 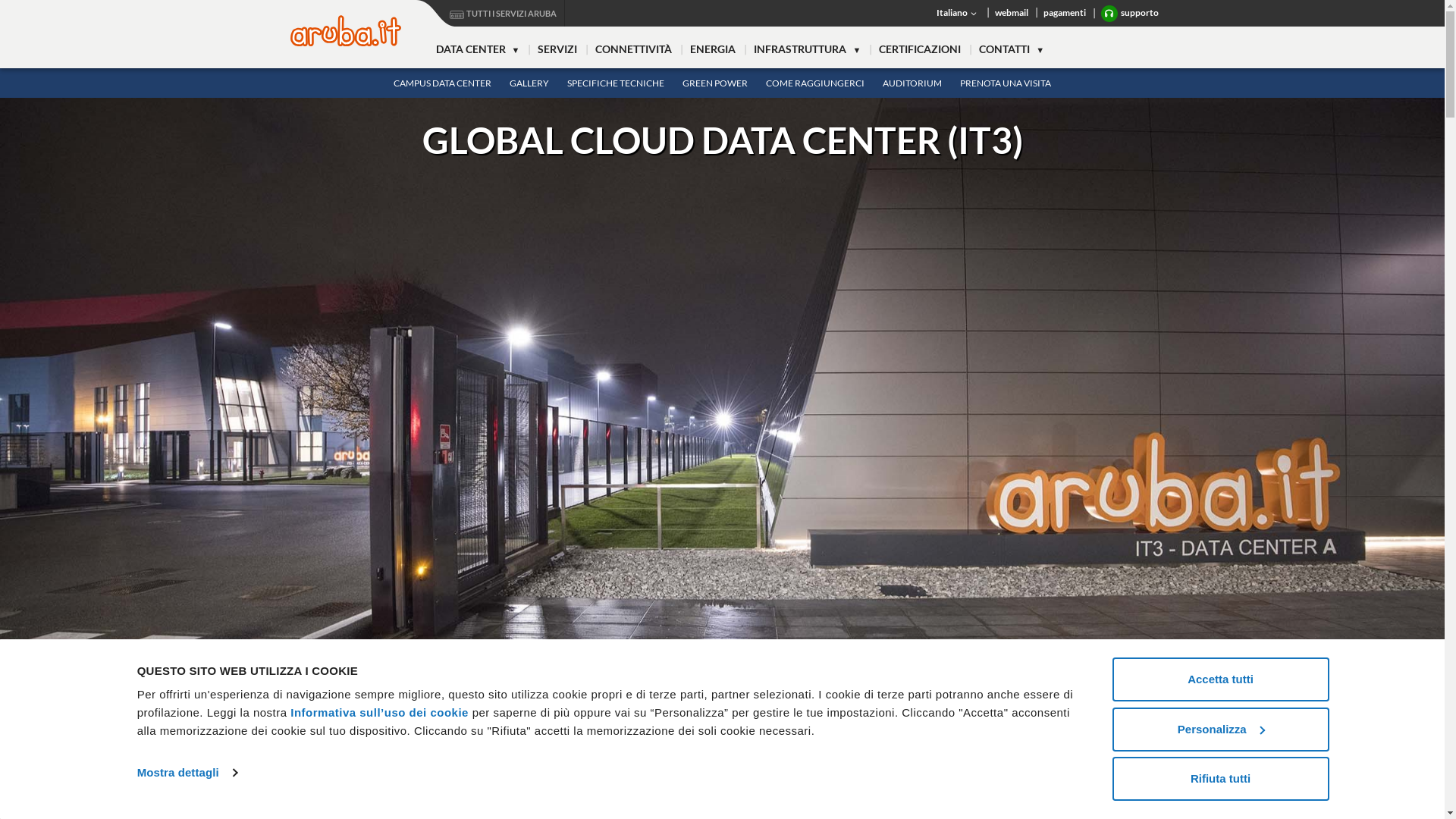 I want to click on 'CERTIFICAZIONI', so click(x=919, y=49).